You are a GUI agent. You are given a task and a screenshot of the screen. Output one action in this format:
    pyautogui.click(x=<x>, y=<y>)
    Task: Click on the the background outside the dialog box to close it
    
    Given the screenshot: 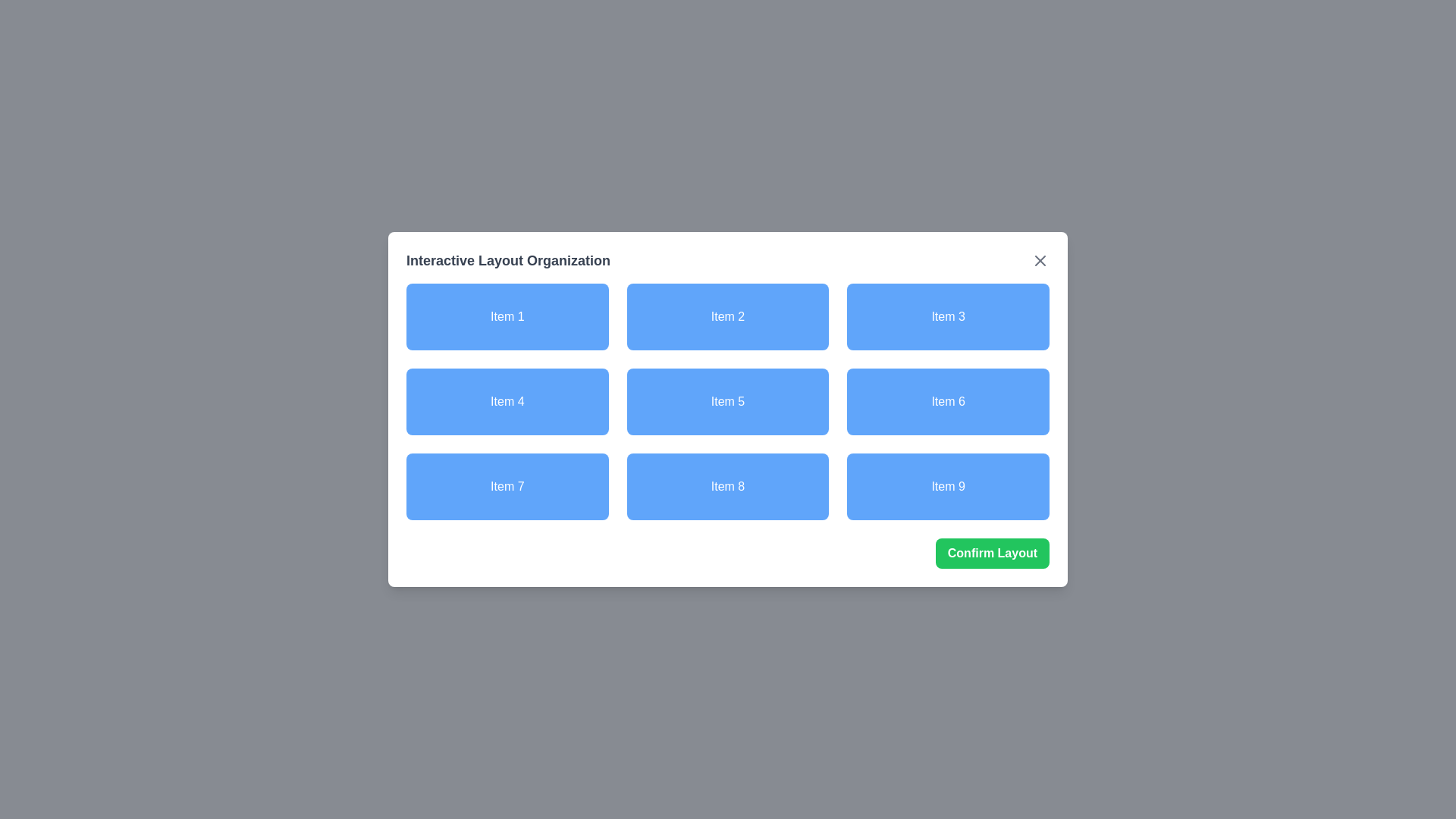 What is the action you would take?
    pyautogui.click(x=37, y=37)
    